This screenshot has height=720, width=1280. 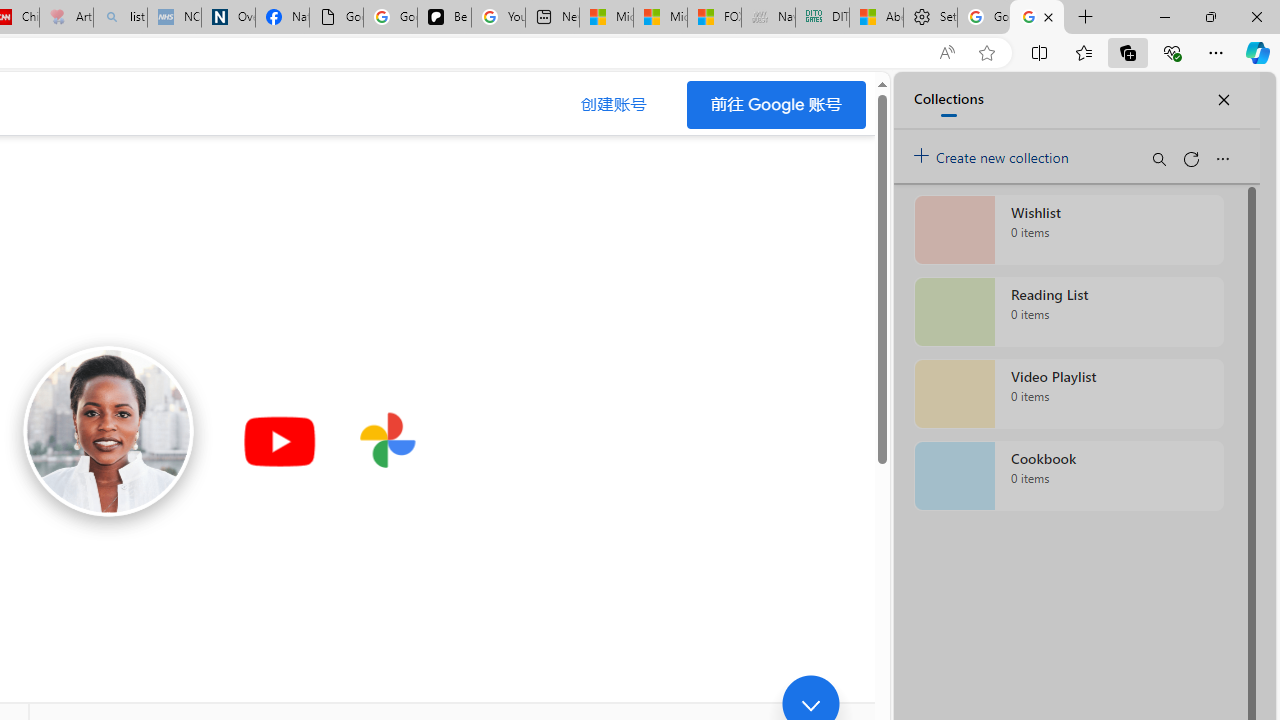 What do you see at coordinates (714, 17) in the screenshot?
I see `'FOX News - MSN'` at bounding box center [714, 17].